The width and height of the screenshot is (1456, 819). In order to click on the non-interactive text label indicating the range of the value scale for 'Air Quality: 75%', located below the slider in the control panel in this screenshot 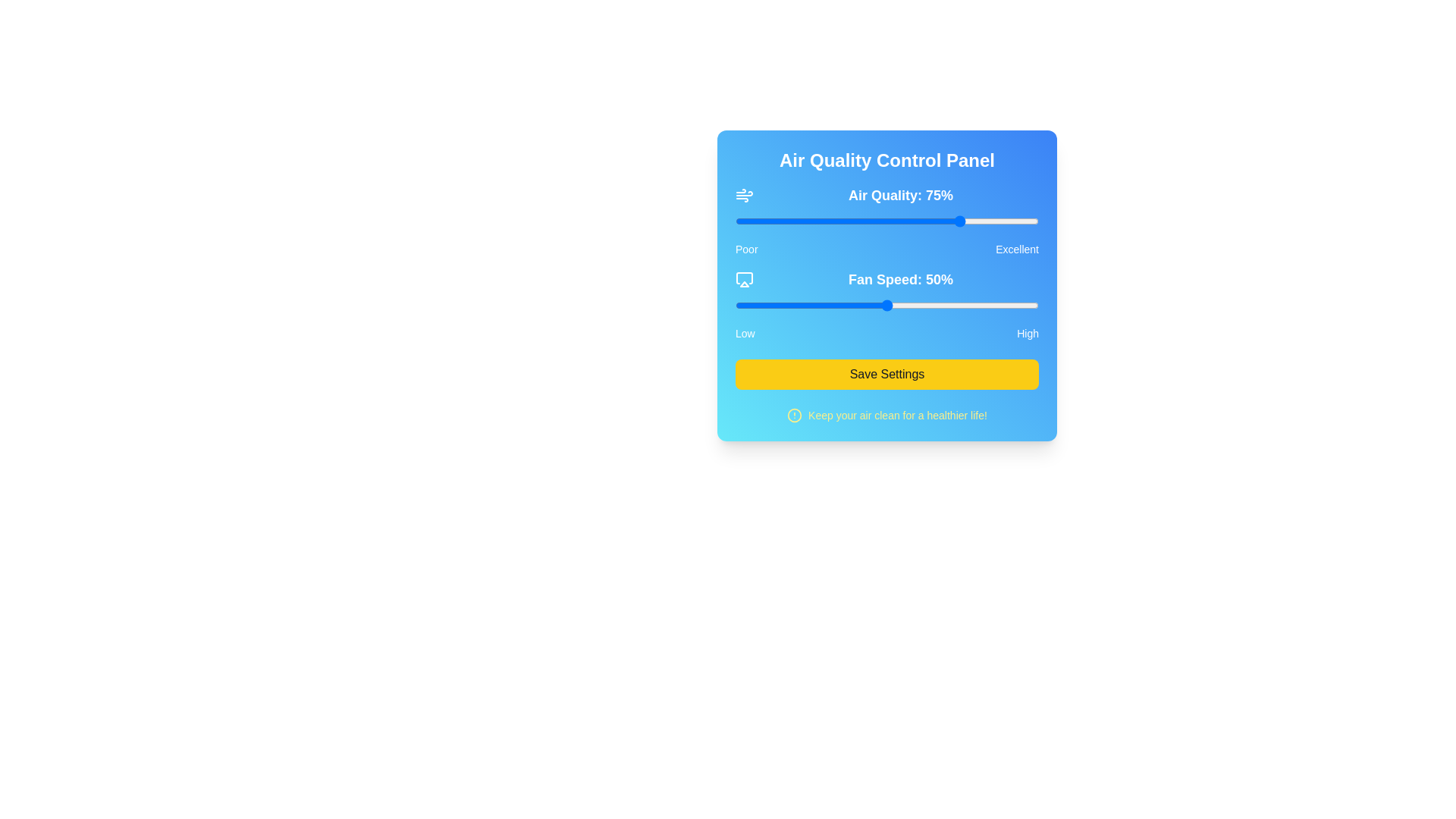, I will do `click(887, 248)`.